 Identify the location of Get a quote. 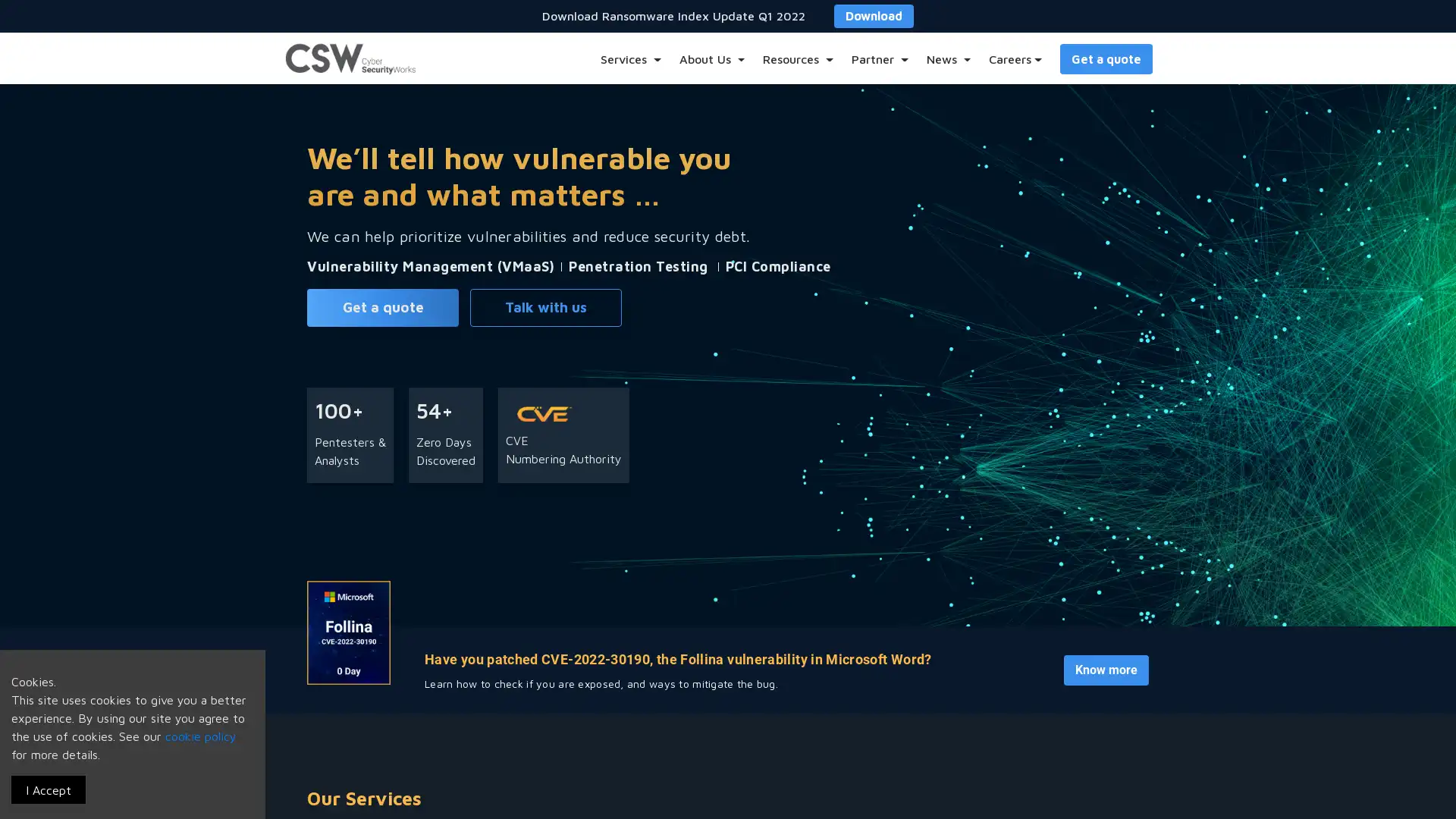
(1106, 58).